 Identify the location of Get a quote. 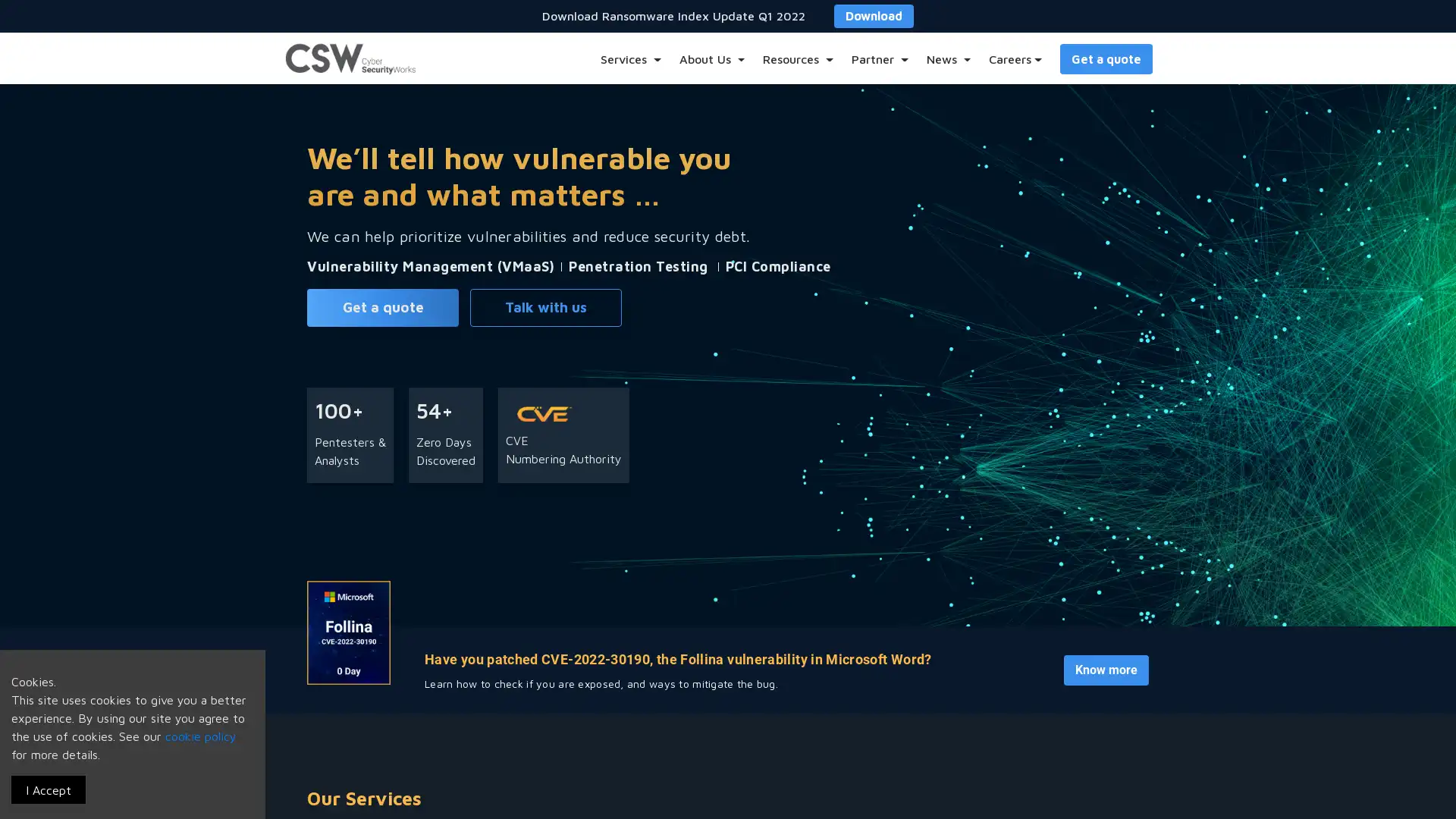
(1106, 58).